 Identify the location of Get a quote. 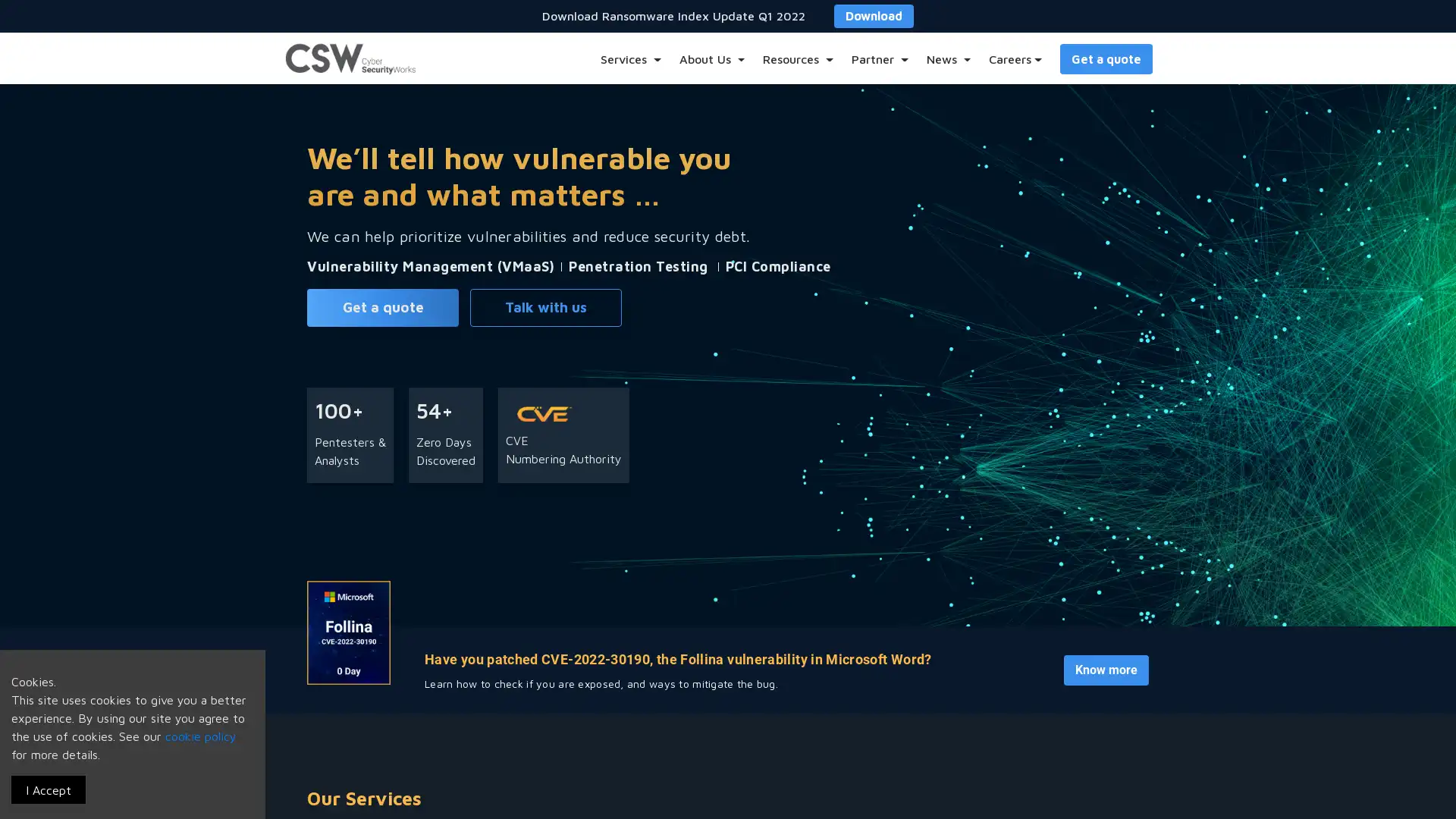
(1106, 58).